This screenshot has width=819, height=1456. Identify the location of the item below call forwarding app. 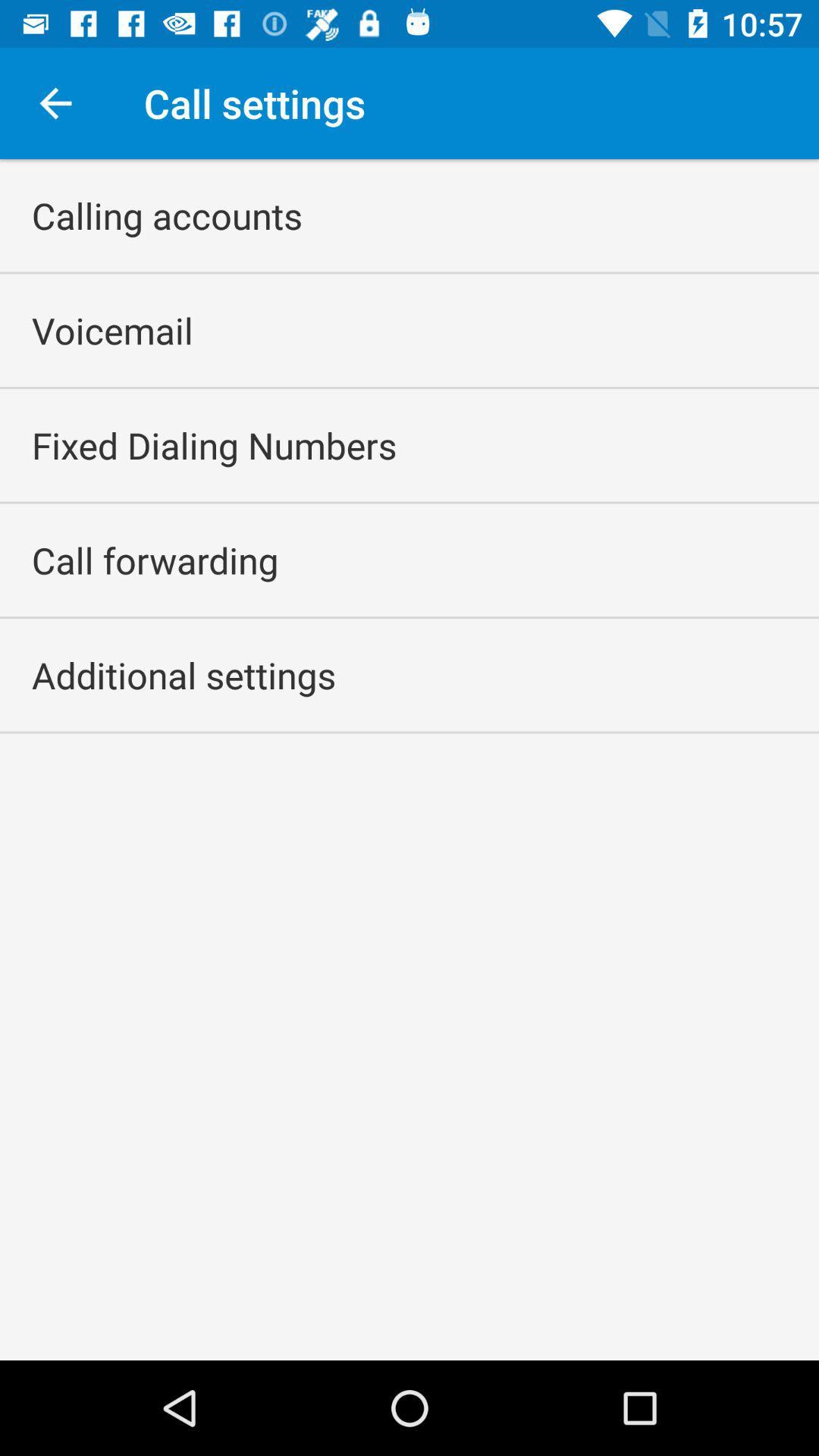
(183, 674).